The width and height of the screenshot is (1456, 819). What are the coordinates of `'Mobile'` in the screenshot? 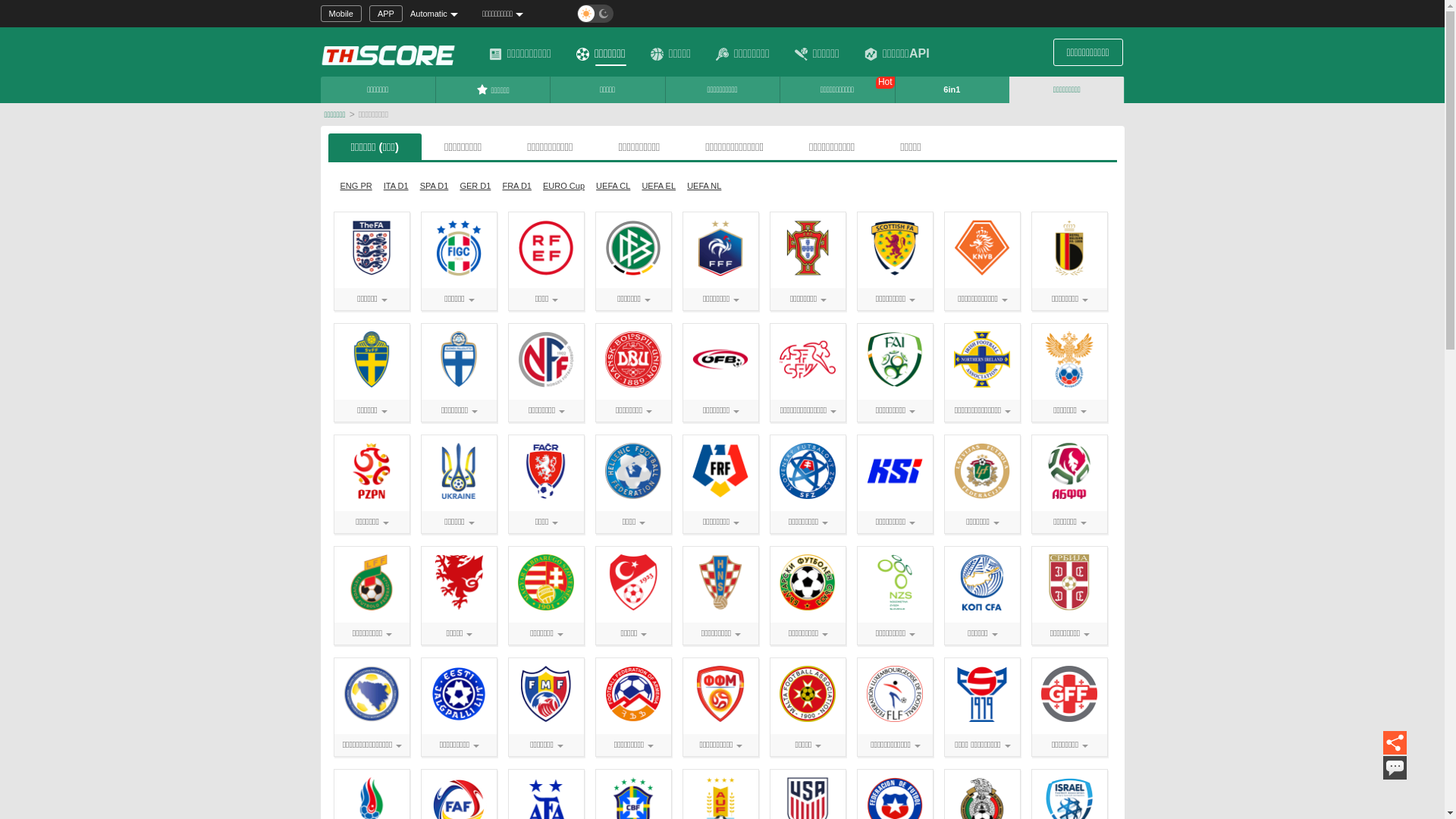 It's located at (340, 14).